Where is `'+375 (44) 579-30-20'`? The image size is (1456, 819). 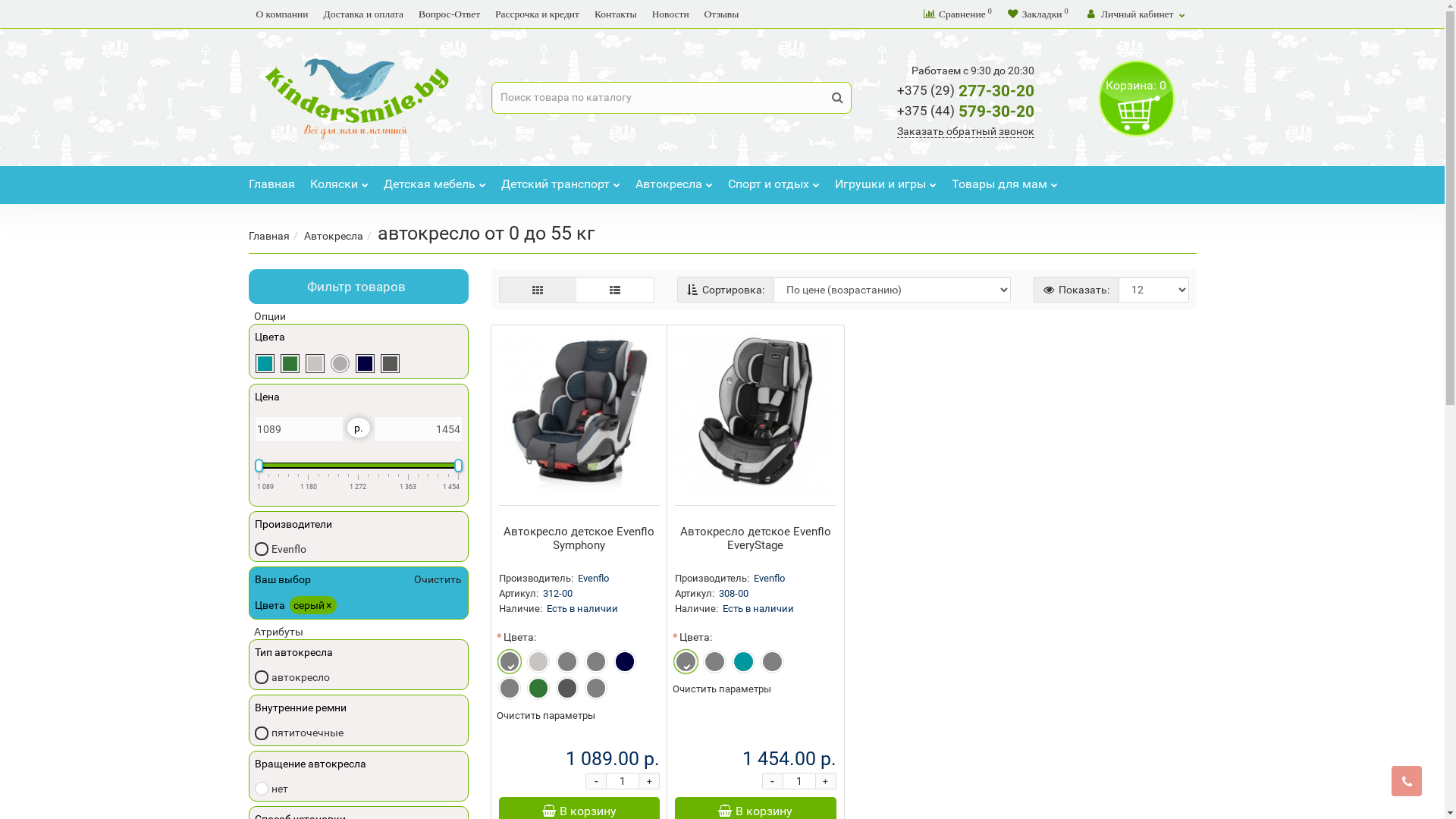 '+375 (44) 579-30-20' is located at coordinates (965, 110).